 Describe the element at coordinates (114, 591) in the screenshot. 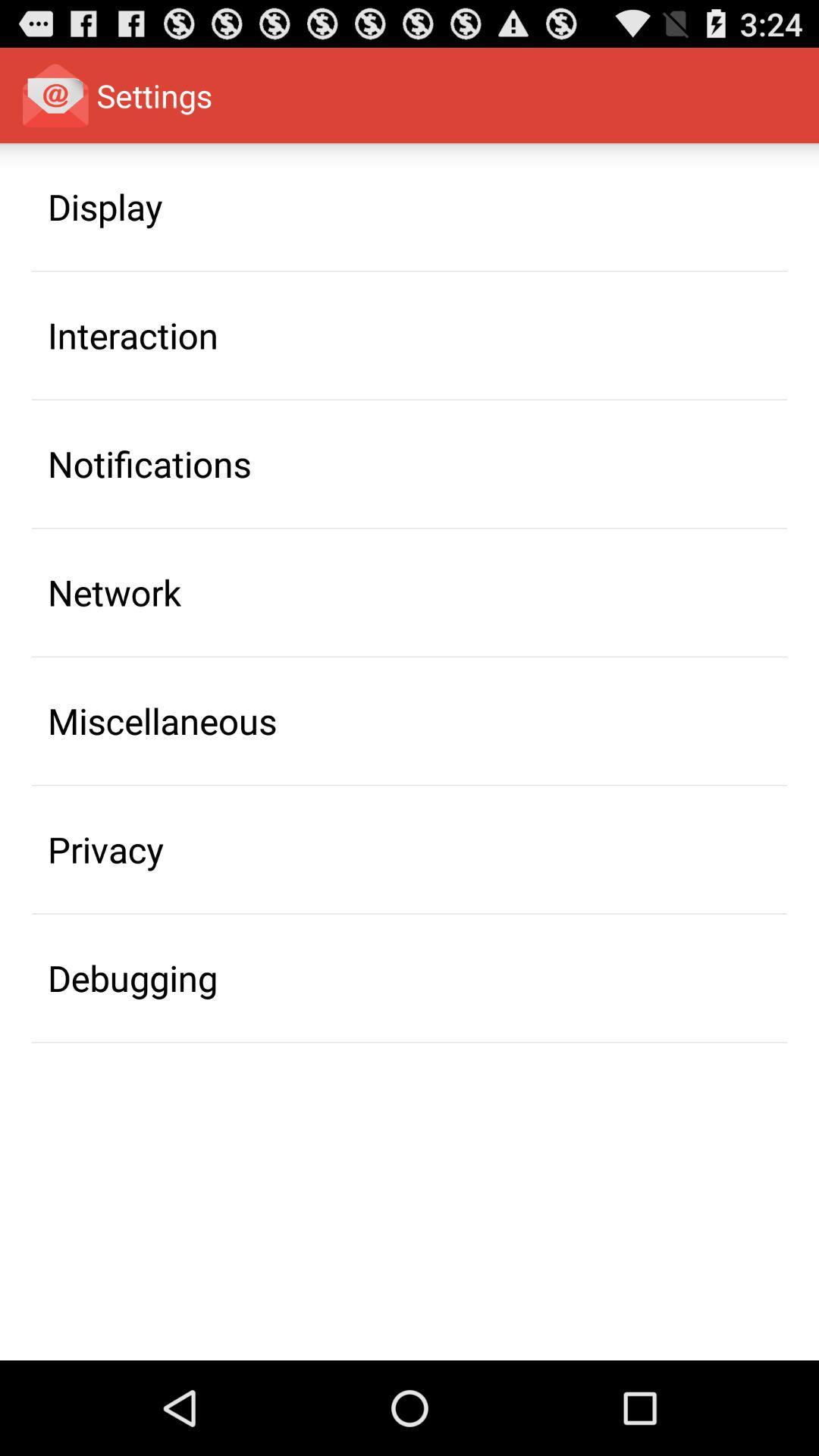

I see `network item` at that location.